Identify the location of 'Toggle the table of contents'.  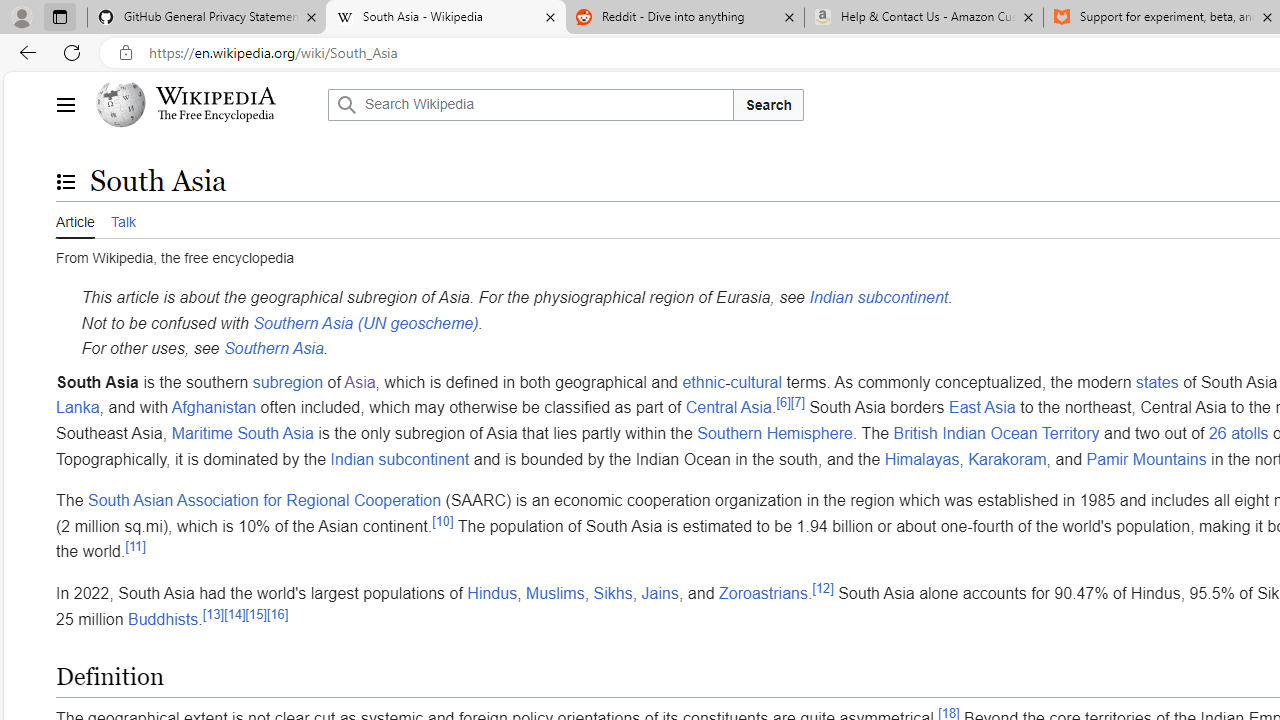
(65, 181).